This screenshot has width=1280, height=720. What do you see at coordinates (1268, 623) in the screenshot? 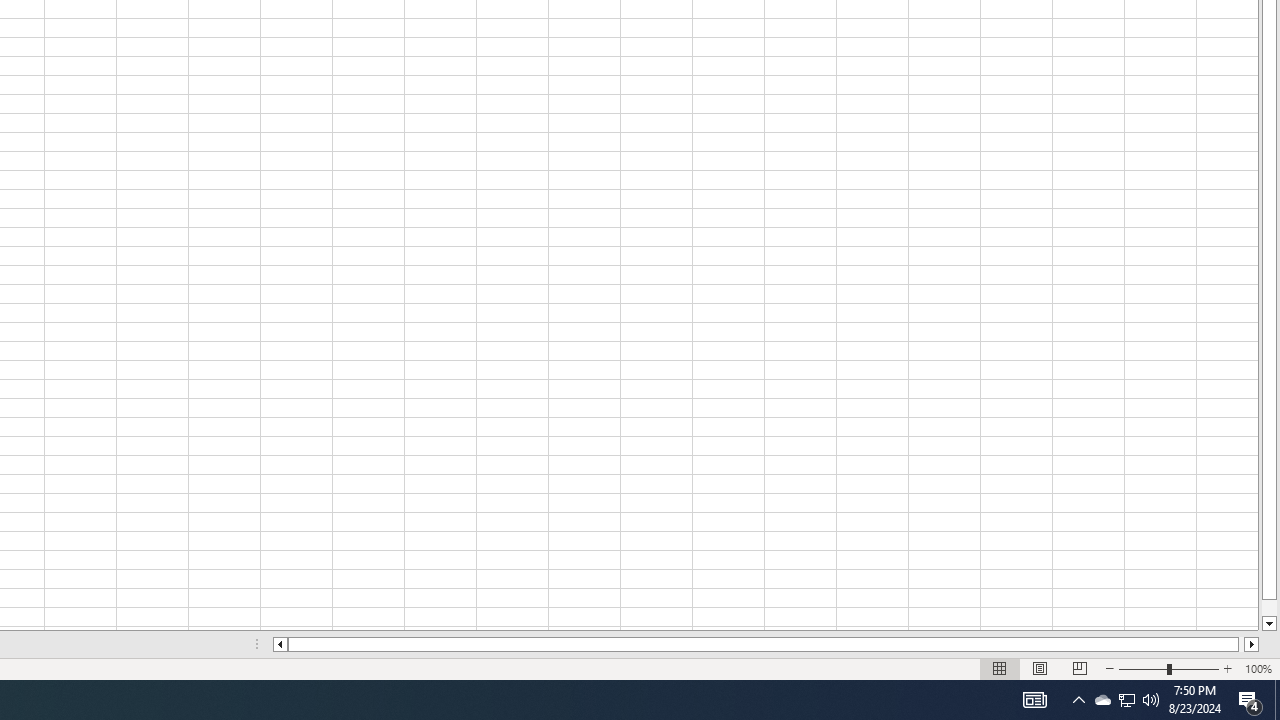
I see `'Line down'` at bounding box center [1268, 623].